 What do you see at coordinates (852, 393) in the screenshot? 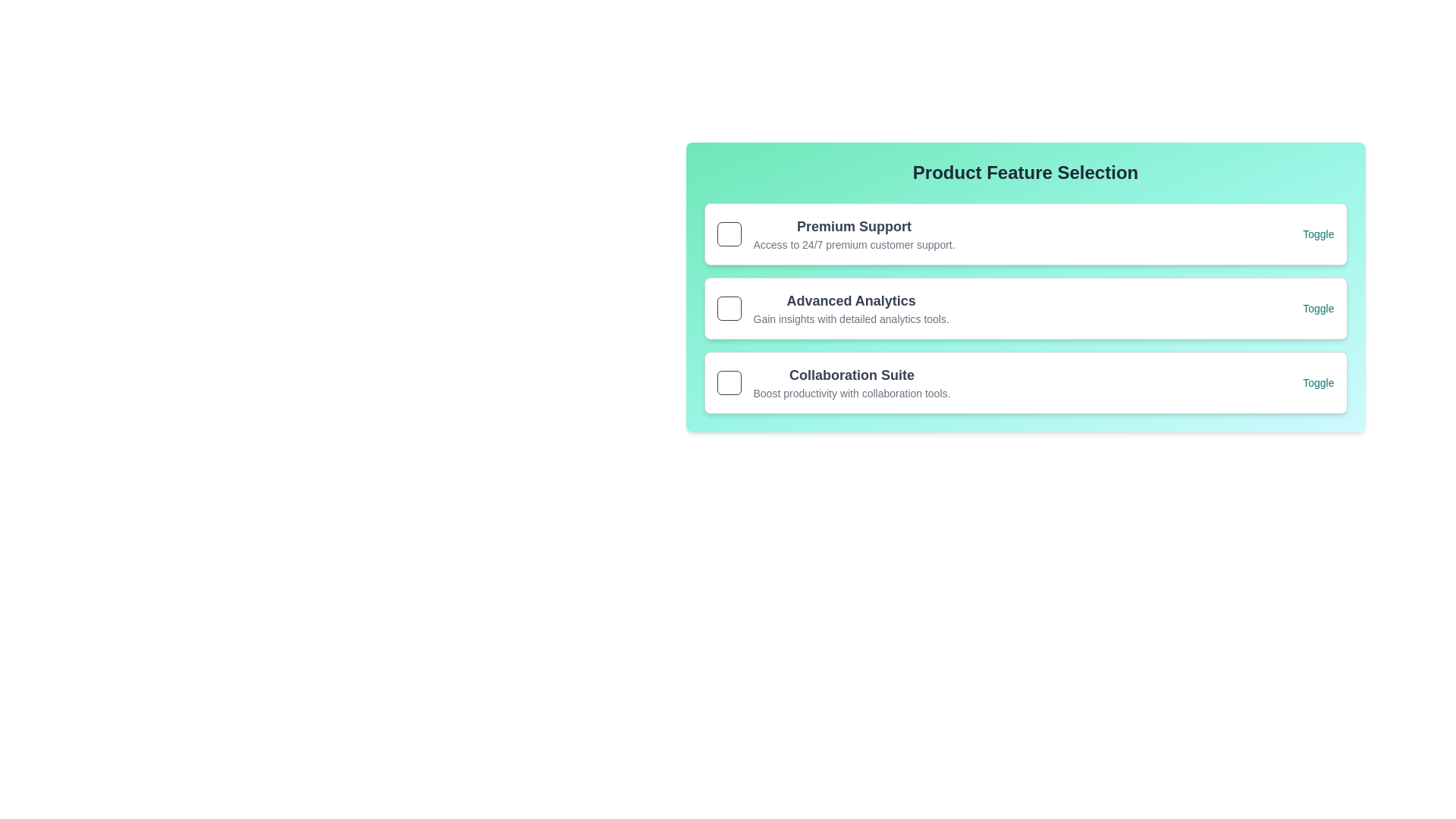
I see `the descriptive text label for the 'Collaboration Suite' feature, which provides information about its functionality and benefits, located beneath its heading` at bounding box center [852, 393].